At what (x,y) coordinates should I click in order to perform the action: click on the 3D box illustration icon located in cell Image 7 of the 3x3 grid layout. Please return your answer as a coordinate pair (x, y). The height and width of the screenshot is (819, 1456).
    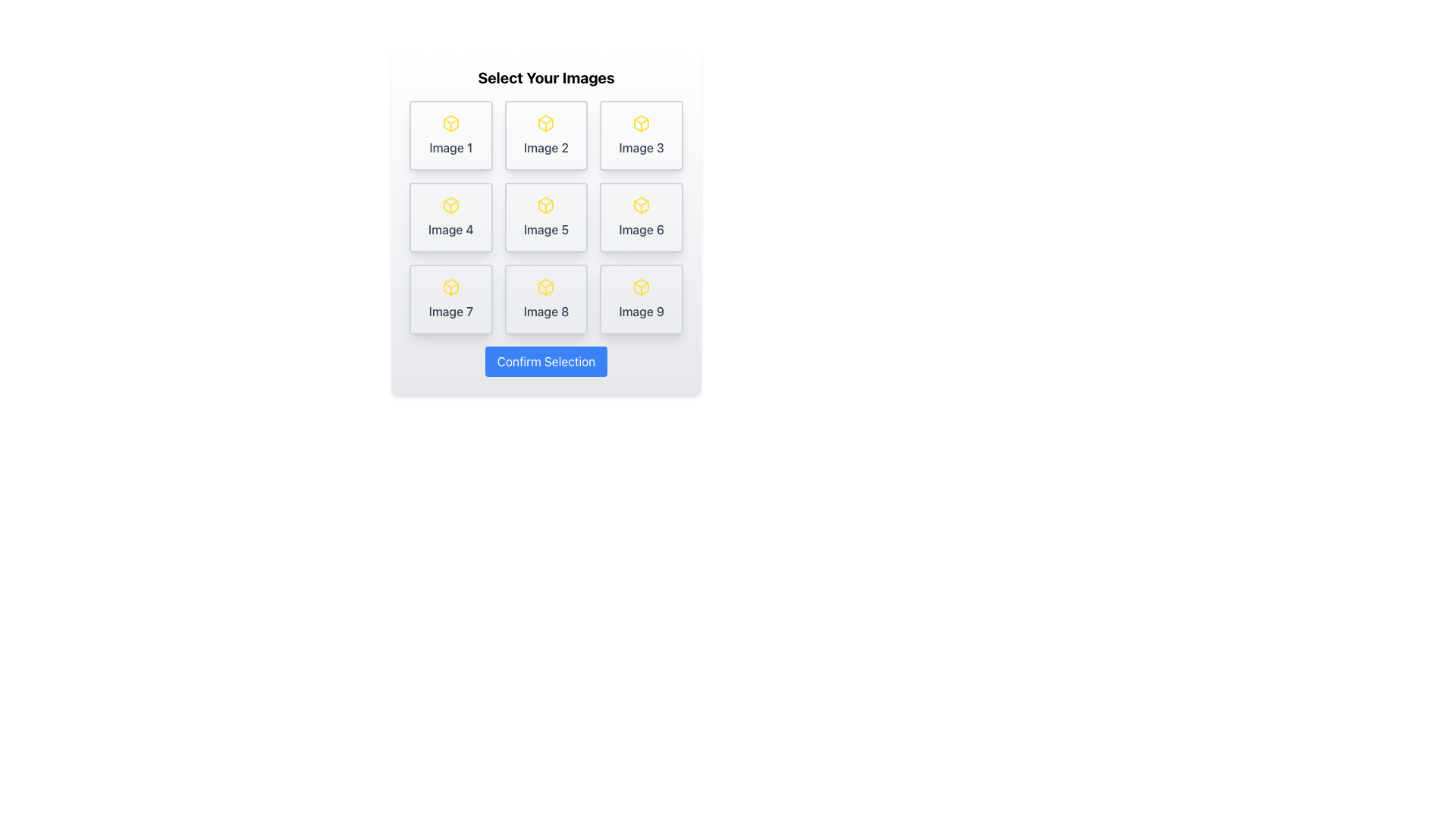
    Looking at the image, I should click on (450, 287).